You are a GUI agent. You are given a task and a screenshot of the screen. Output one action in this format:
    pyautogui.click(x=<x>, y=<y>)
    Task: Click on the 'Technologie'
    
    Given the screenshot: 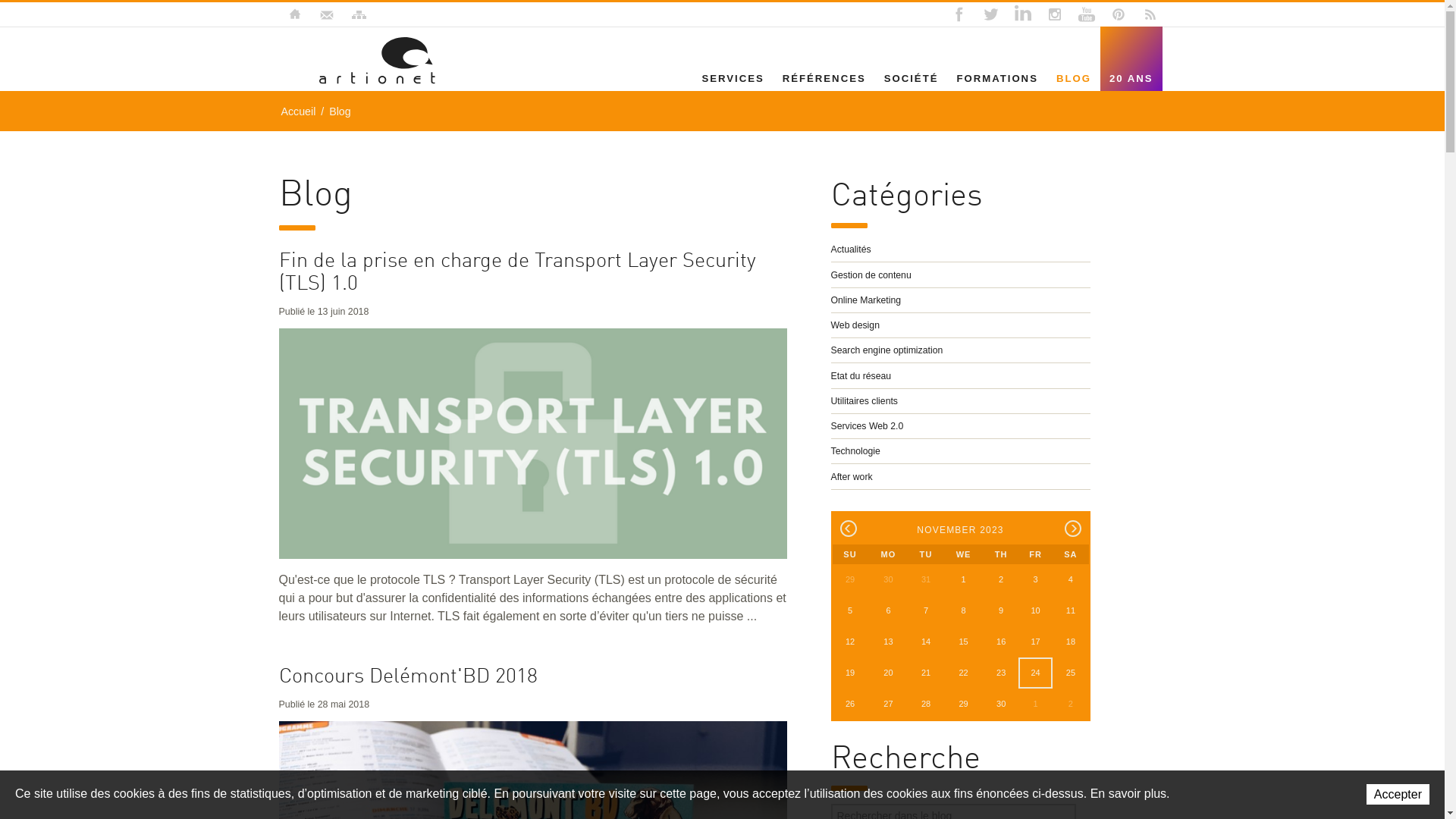 What is the action you would take?
    pyautogui.click(x=830, y=450)
    